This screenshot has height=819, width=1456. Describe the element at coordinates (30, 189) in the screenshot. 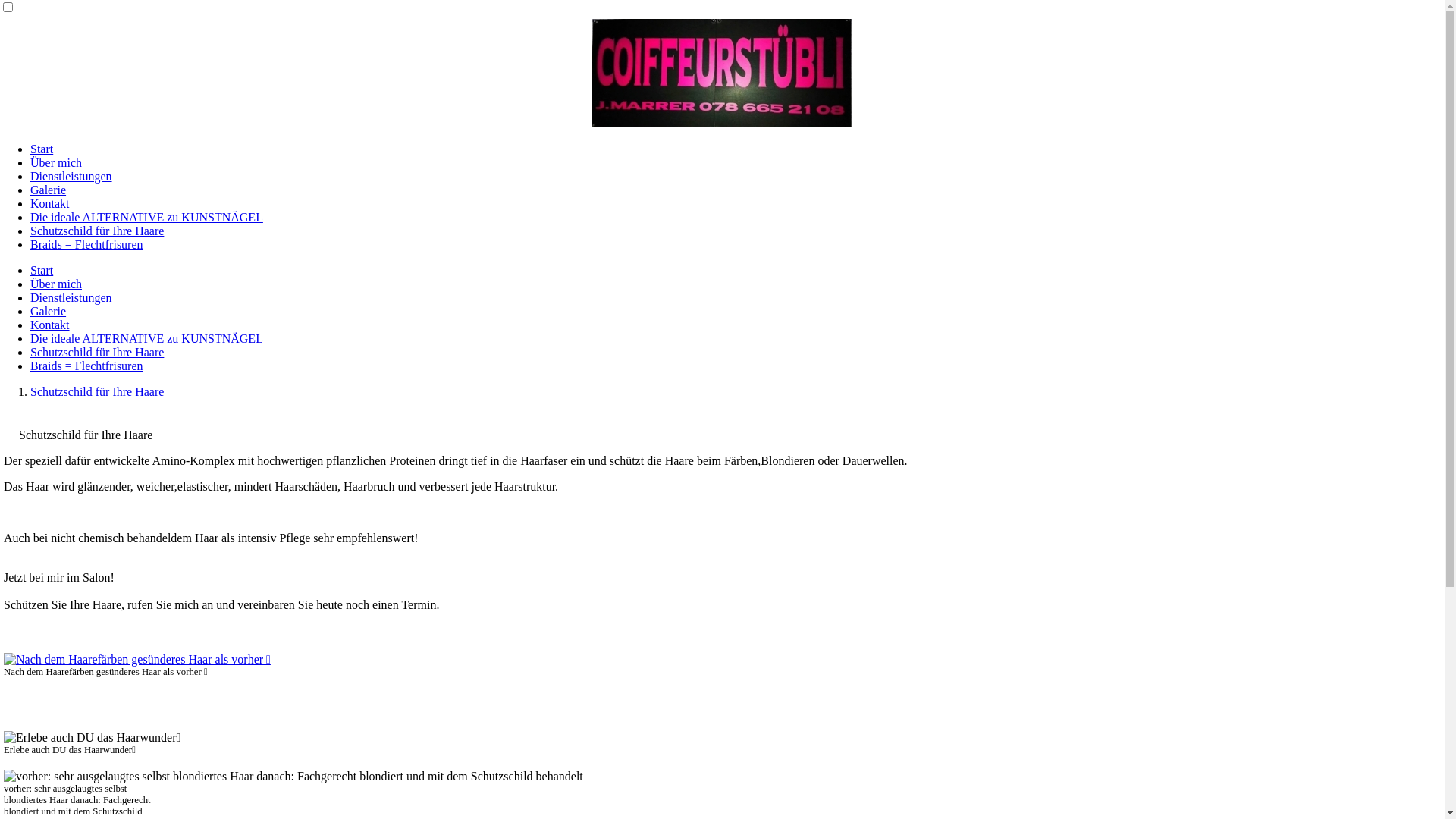

I see `'Galerie'` at that location.